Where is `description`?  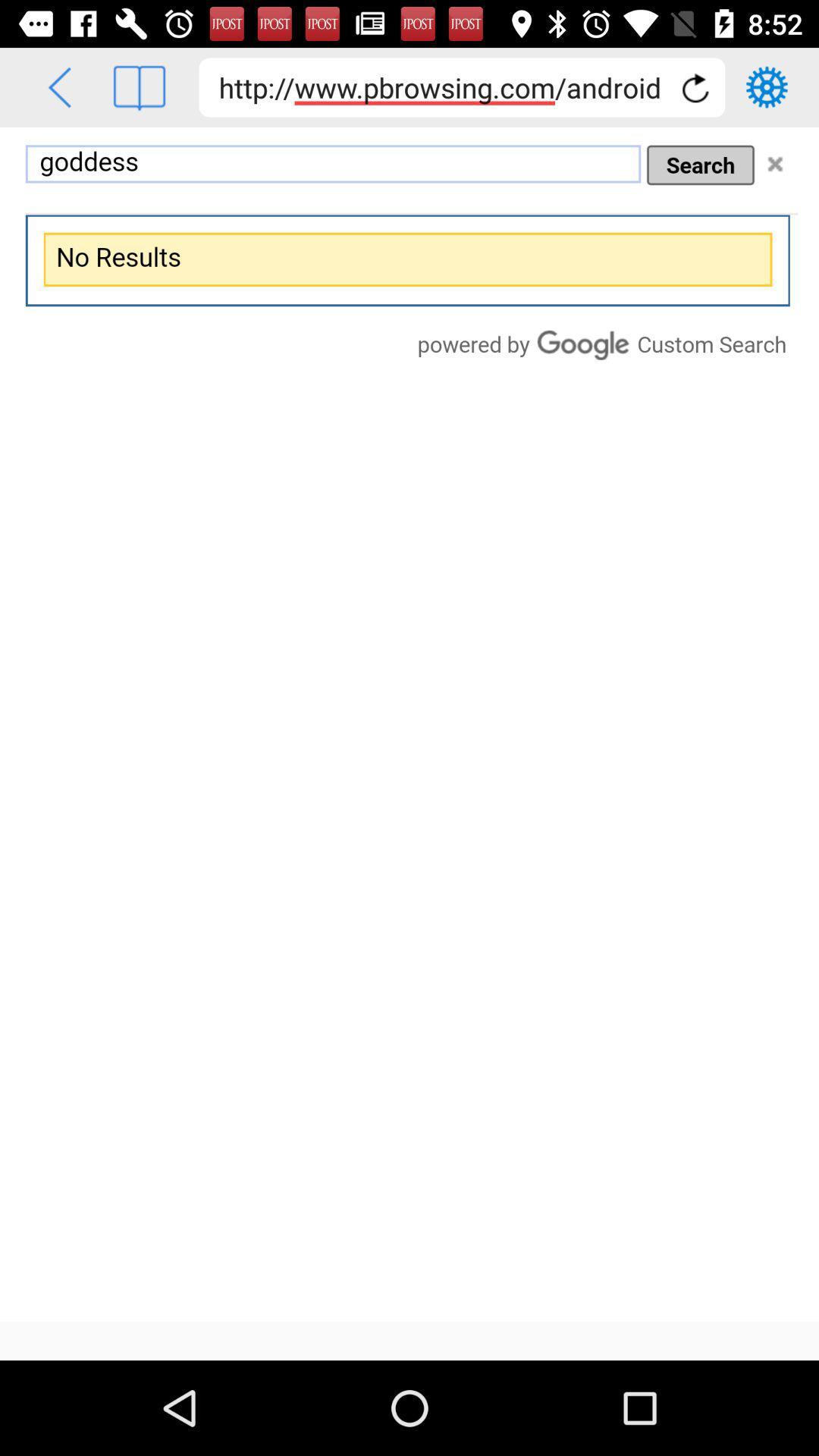 description is located at coordinates (409, 723).